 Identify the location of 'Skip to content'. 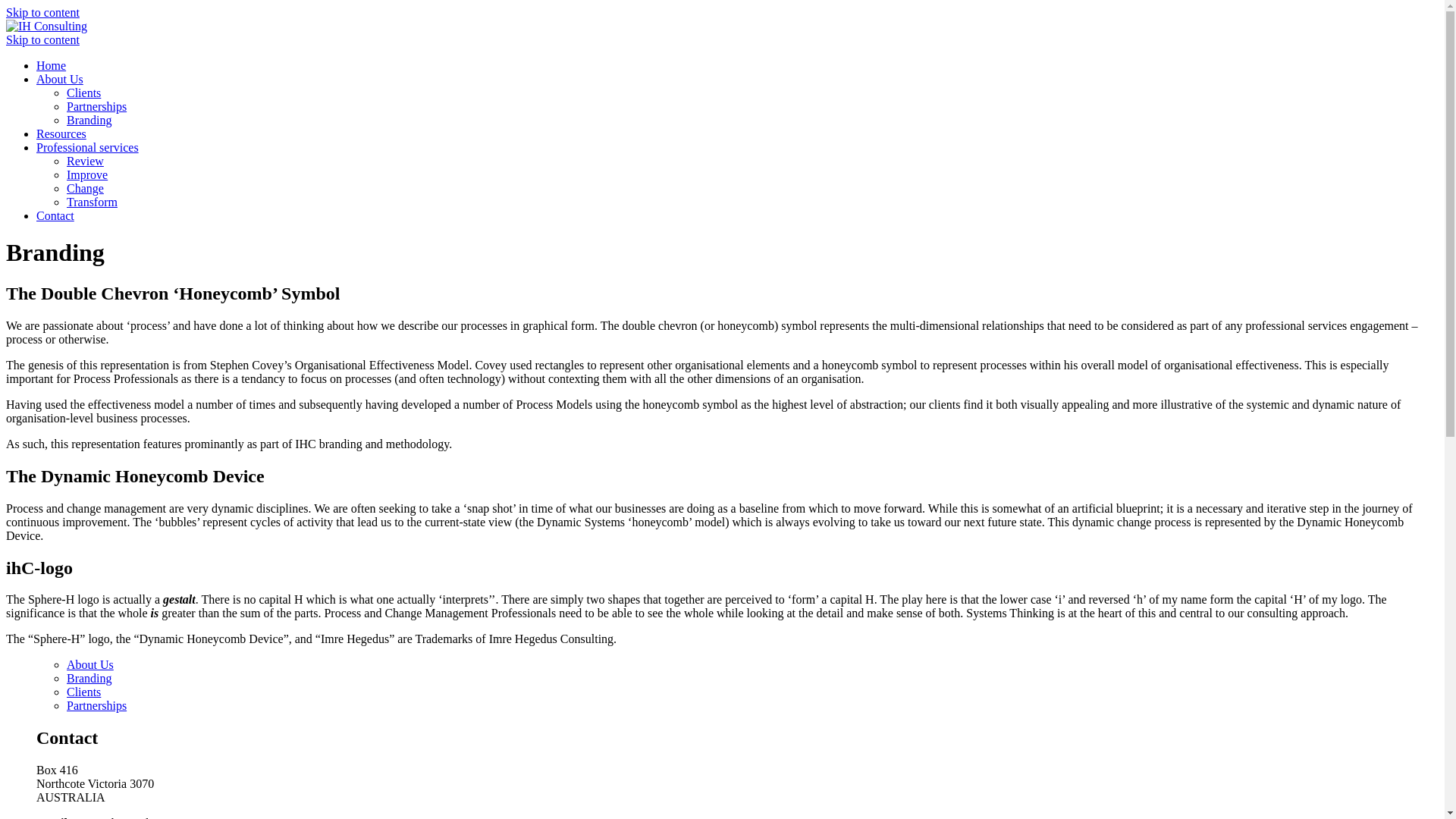
(42, 39).